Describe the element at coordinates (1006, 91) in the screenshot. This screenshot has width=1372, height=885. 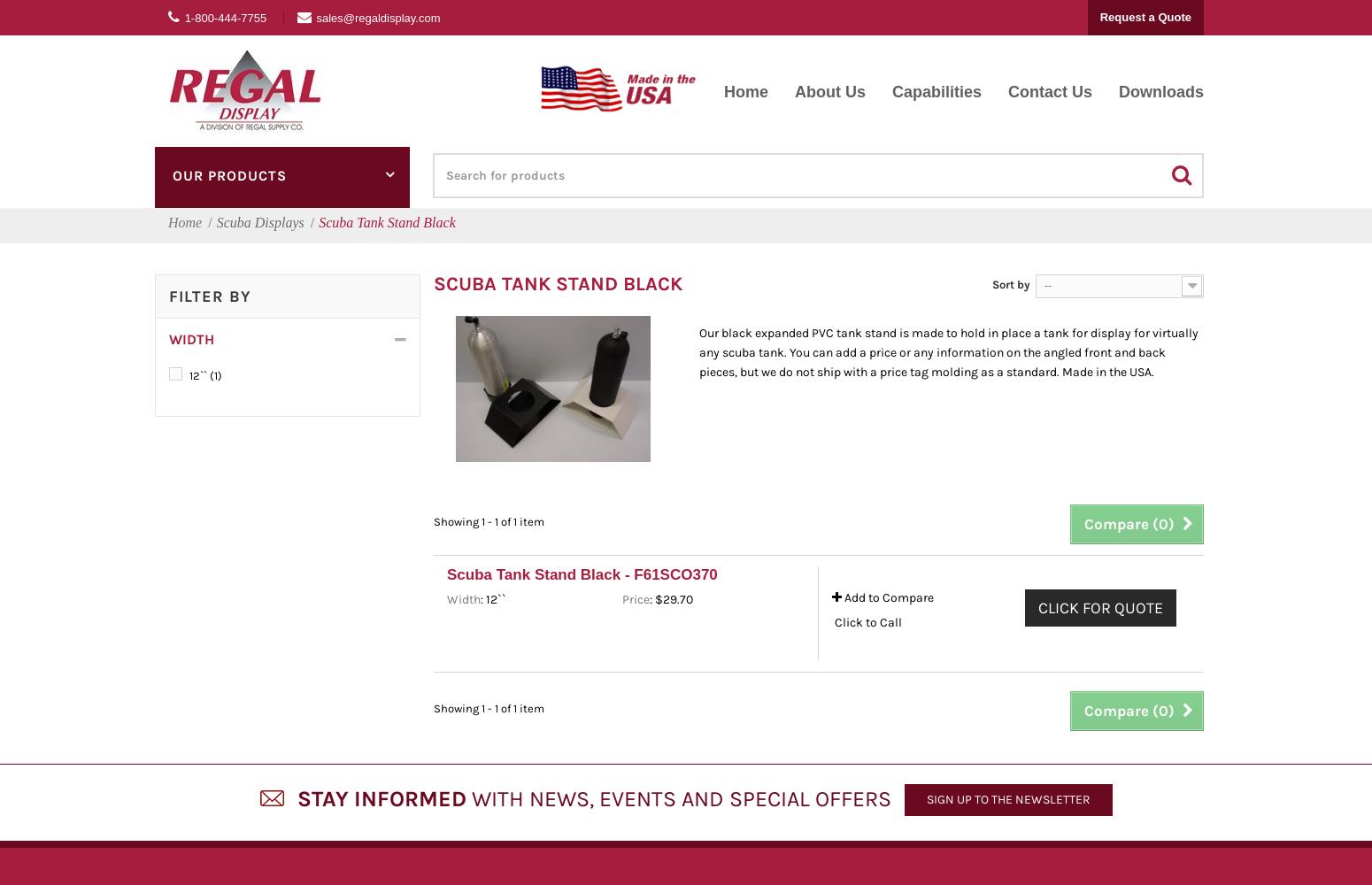
I see `'Contact Us'` at that location.